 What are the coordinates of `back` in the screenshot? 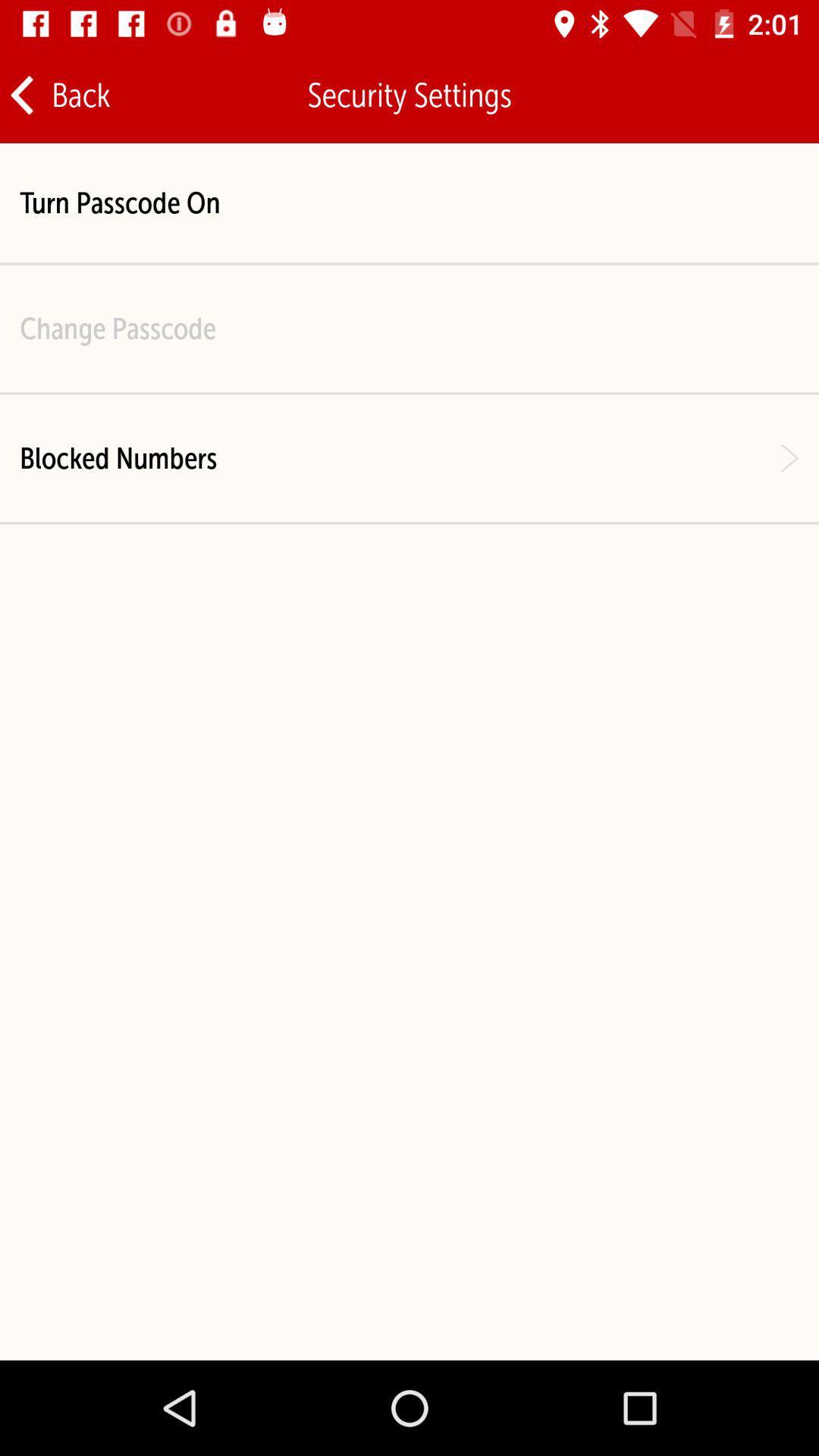 It's located at (58, 94).